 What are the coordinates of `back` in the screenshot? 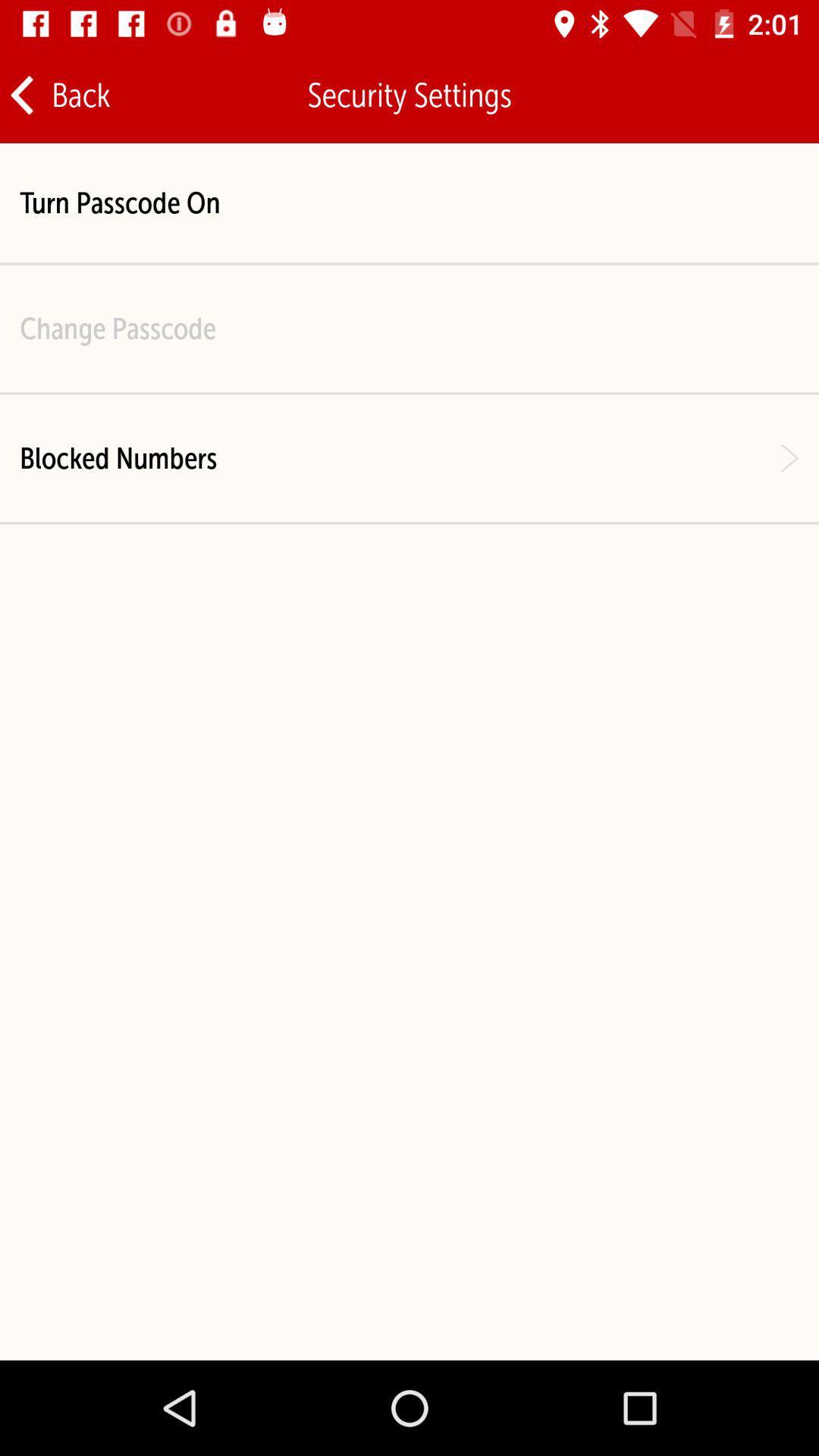 It's located at (58, 94).